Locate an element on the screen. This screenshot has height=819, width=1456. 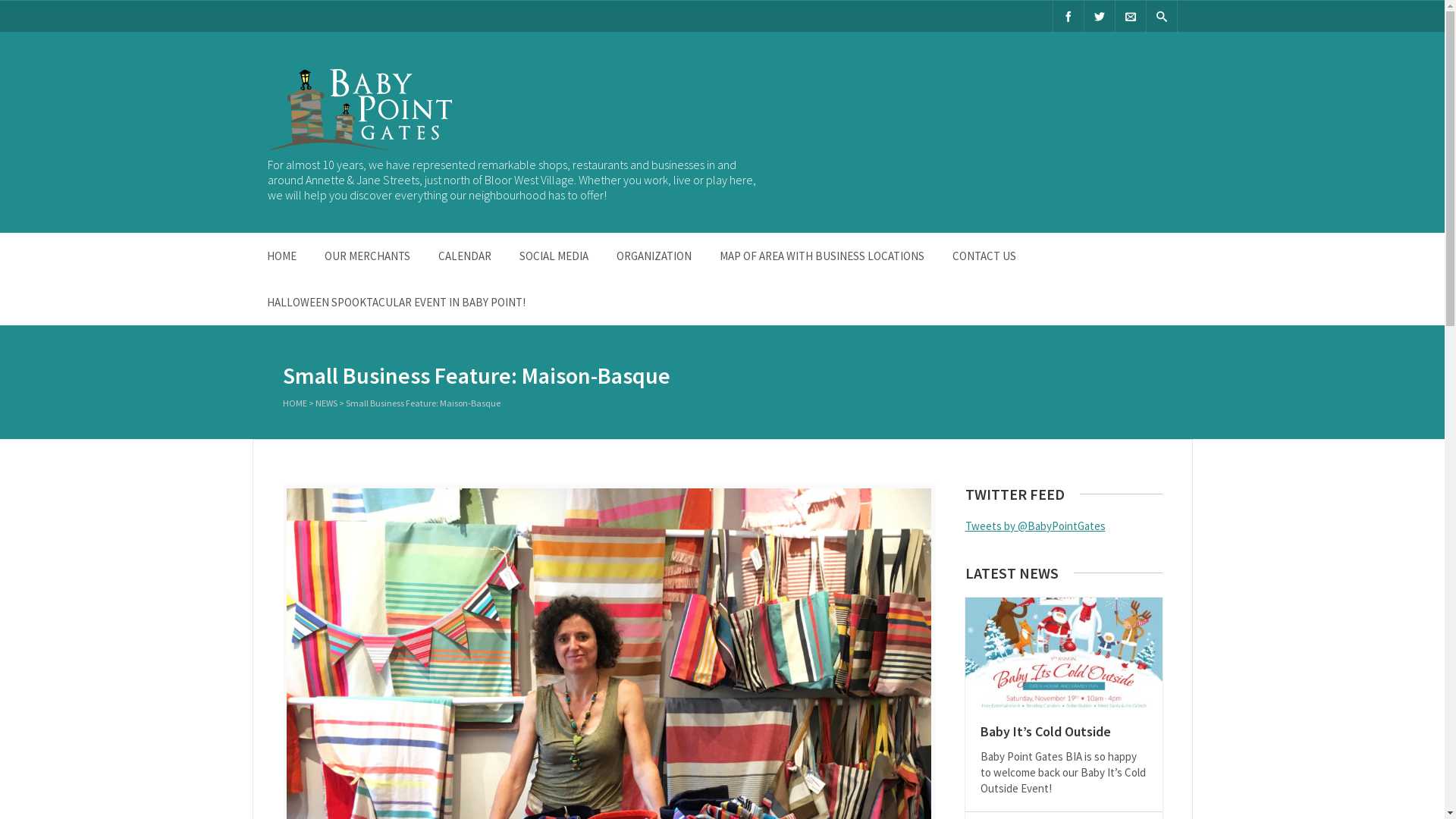
'SOCIAL MEDIA' is located at coordinates (553, 255).